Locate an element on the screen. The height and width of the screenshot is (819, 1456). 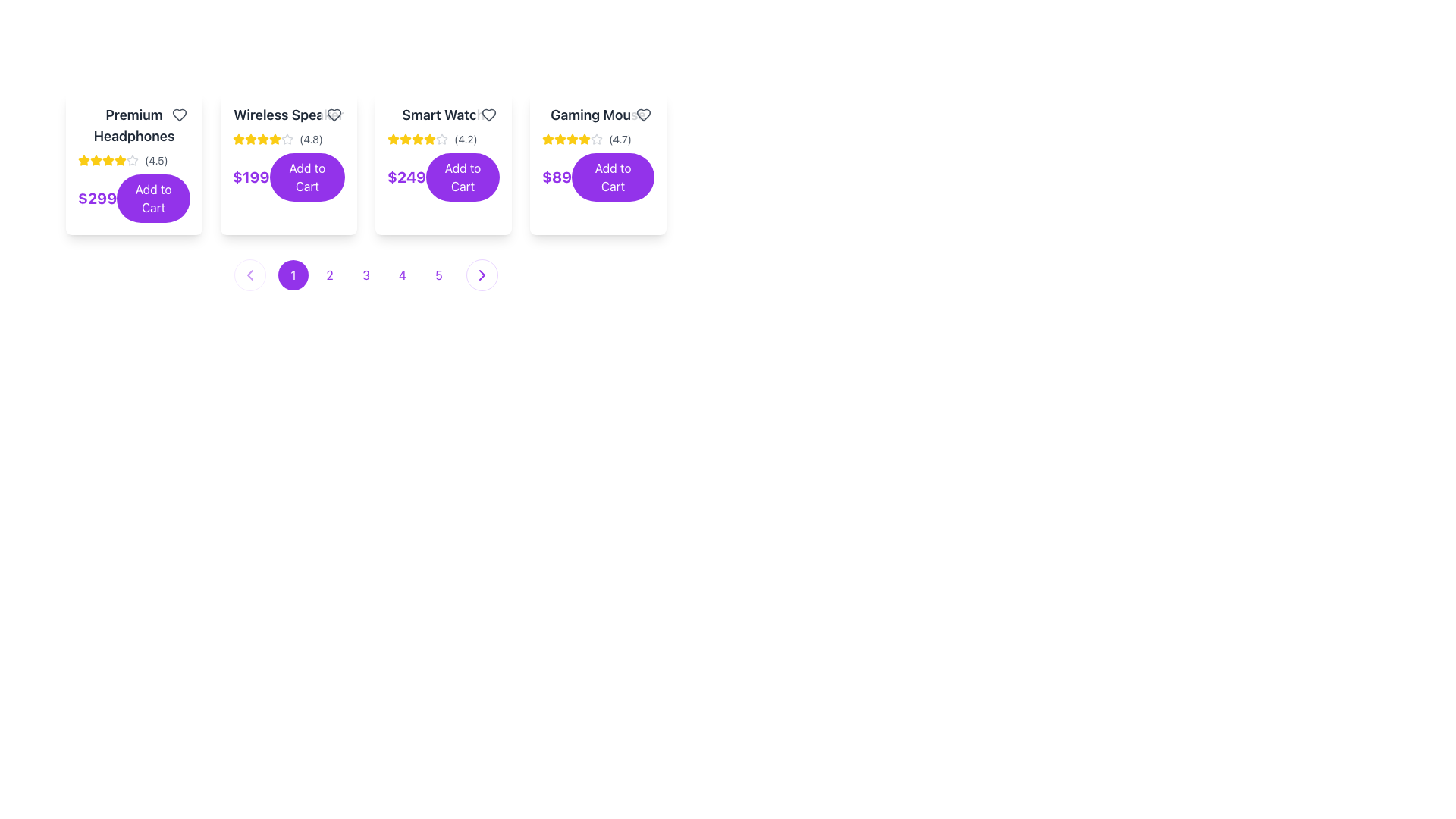
the heart icon located in the upper right corner of the 'Wireless Speakers' card to favorite the item is located at coordinates (334, 114).